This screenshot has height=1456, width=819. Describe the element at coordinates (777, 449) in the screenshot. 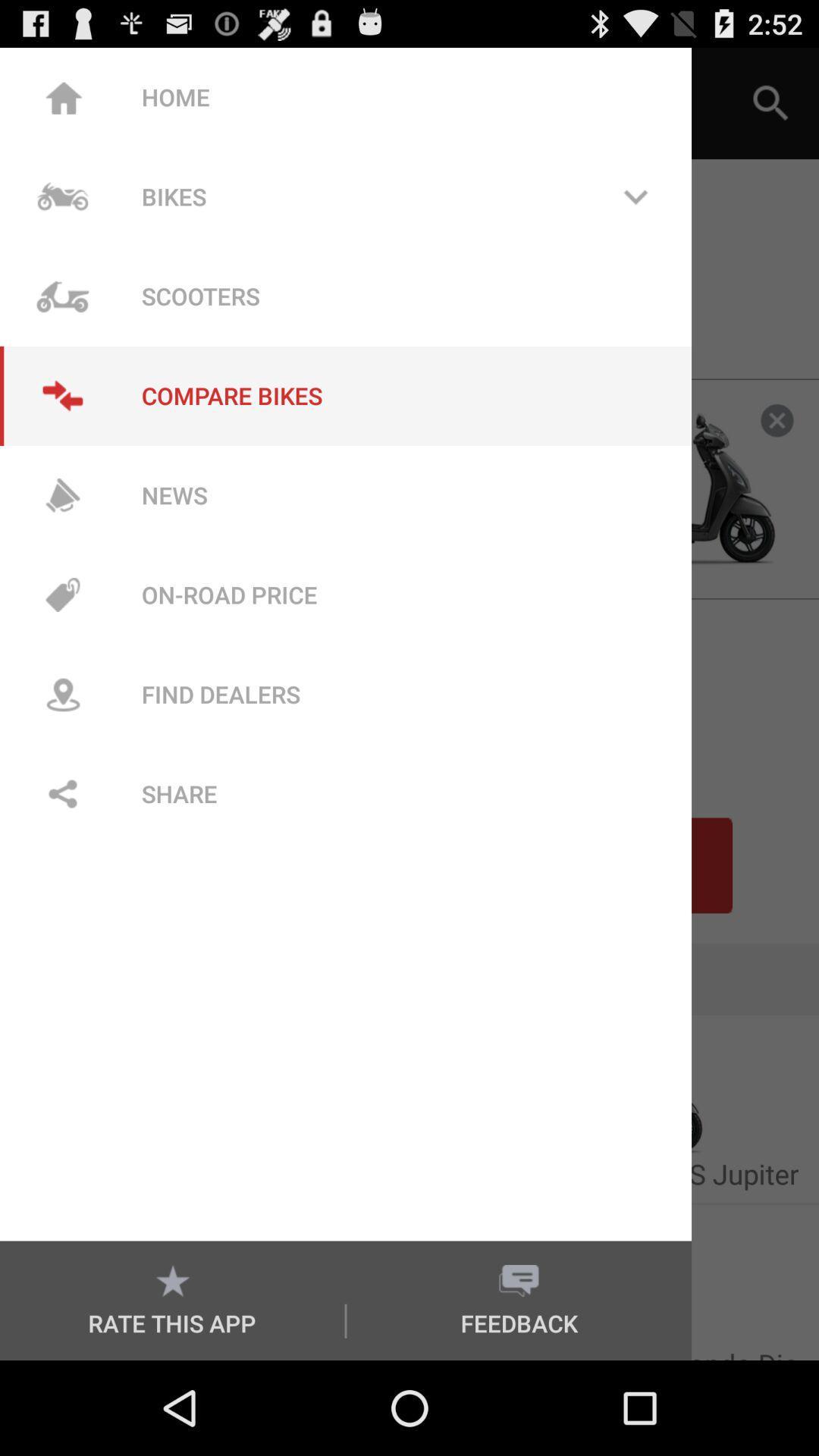

I see `the close icon` at that location.